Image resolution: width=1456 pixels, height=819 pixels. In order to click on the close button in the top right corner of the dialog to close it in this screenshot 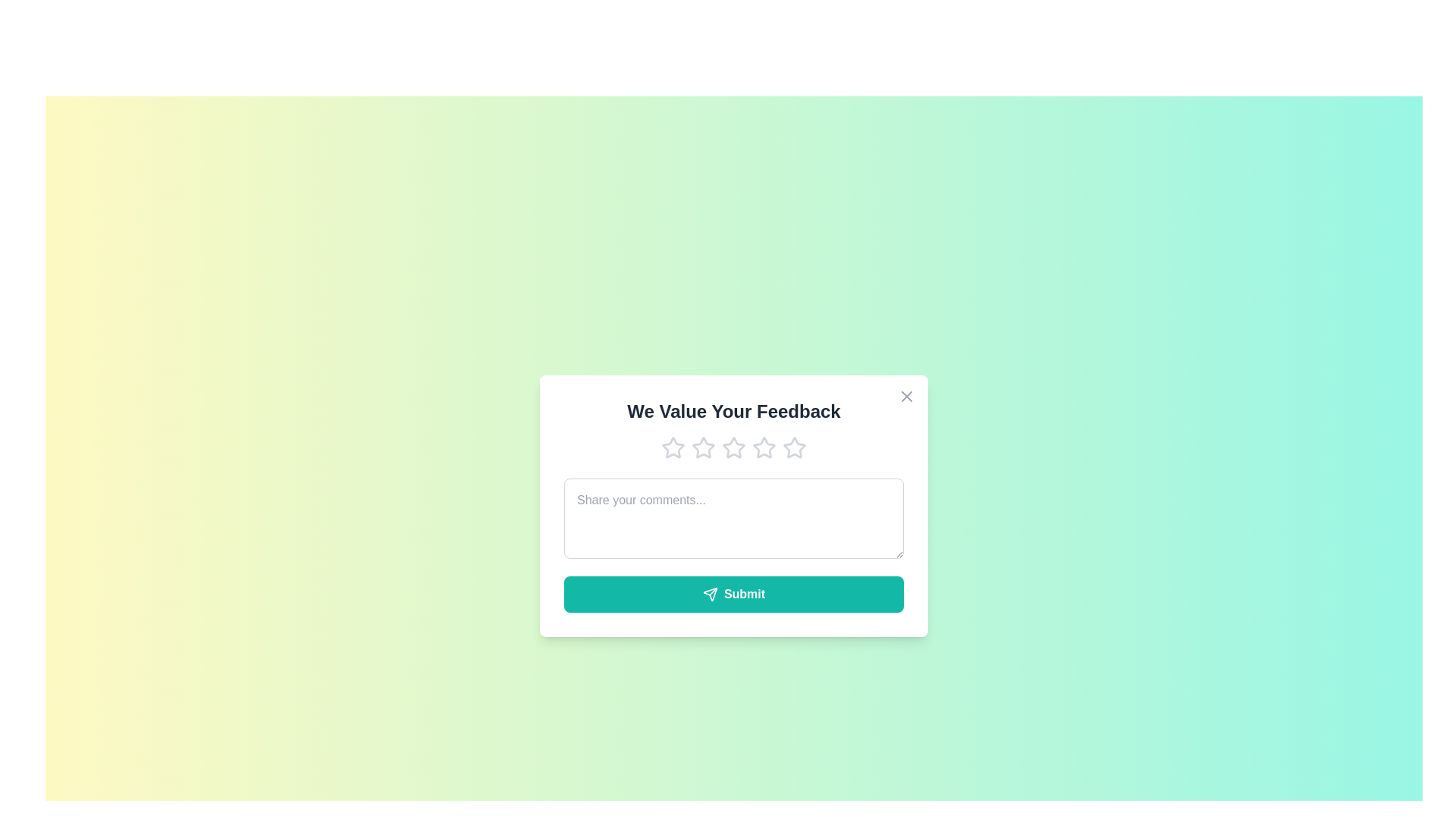, I will do `click(906, 395)`.